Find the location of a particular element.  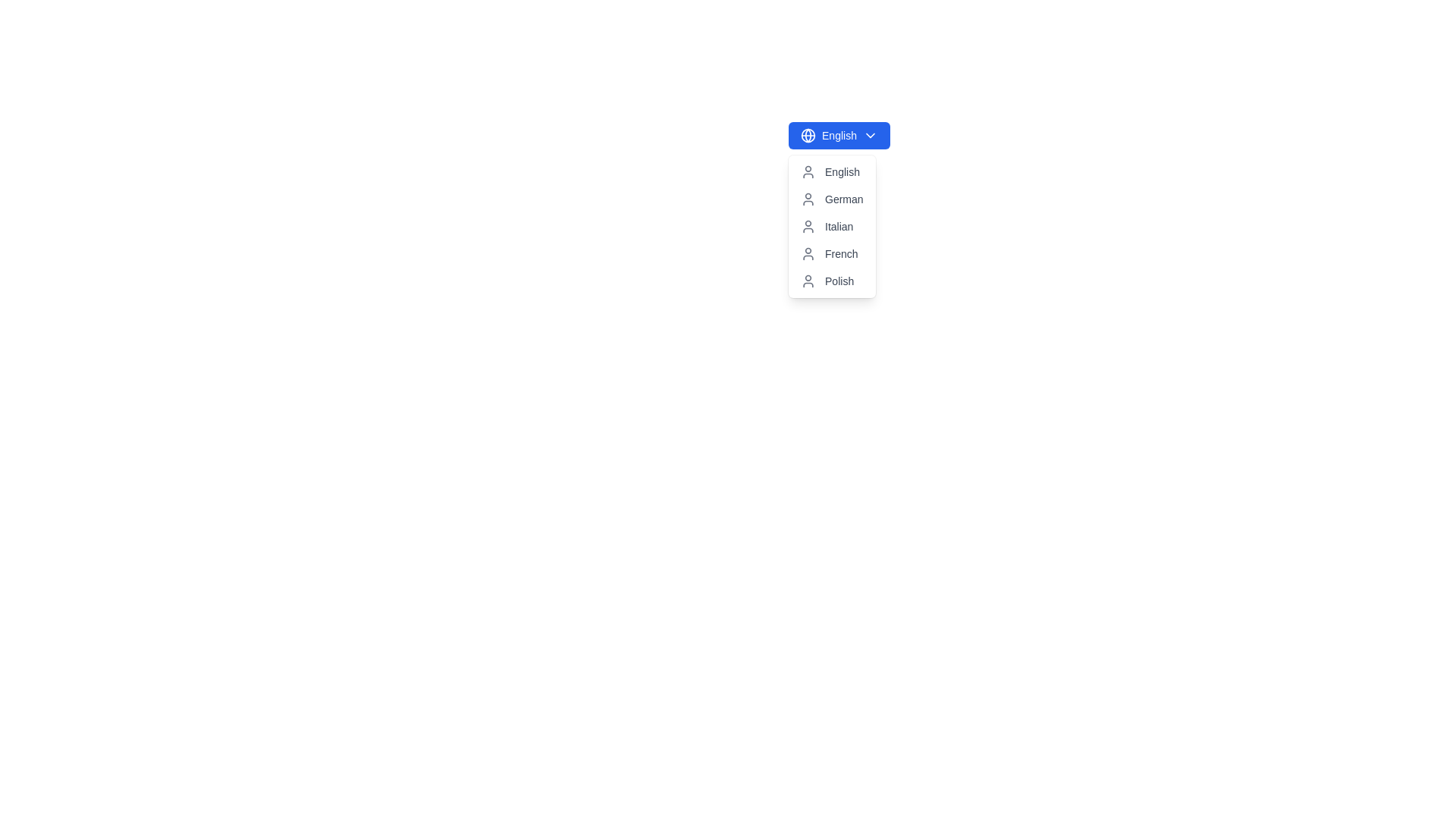

the decorative icon representing user-related content associated with the 'German' label in the dropdown list, which is positioned to the left of the text 'German' is located at coordinates (807, 198).